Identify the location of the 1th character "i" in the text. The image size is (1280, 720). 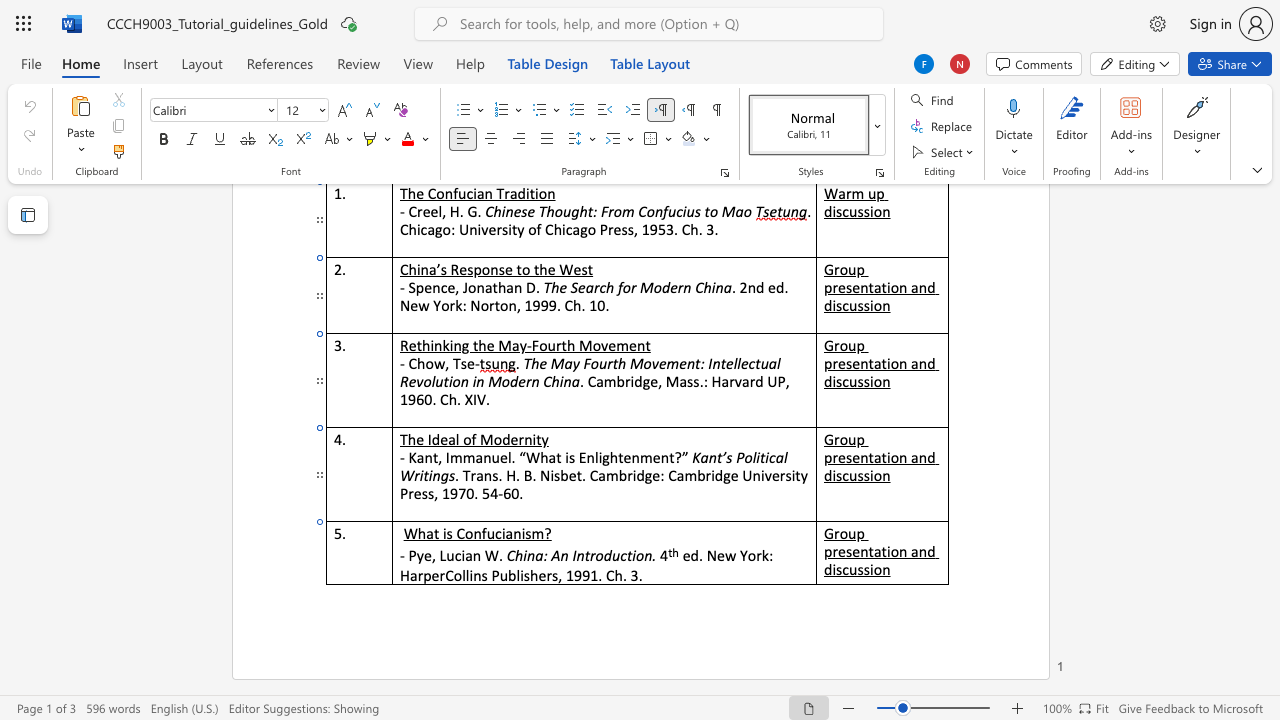
(887, 457).